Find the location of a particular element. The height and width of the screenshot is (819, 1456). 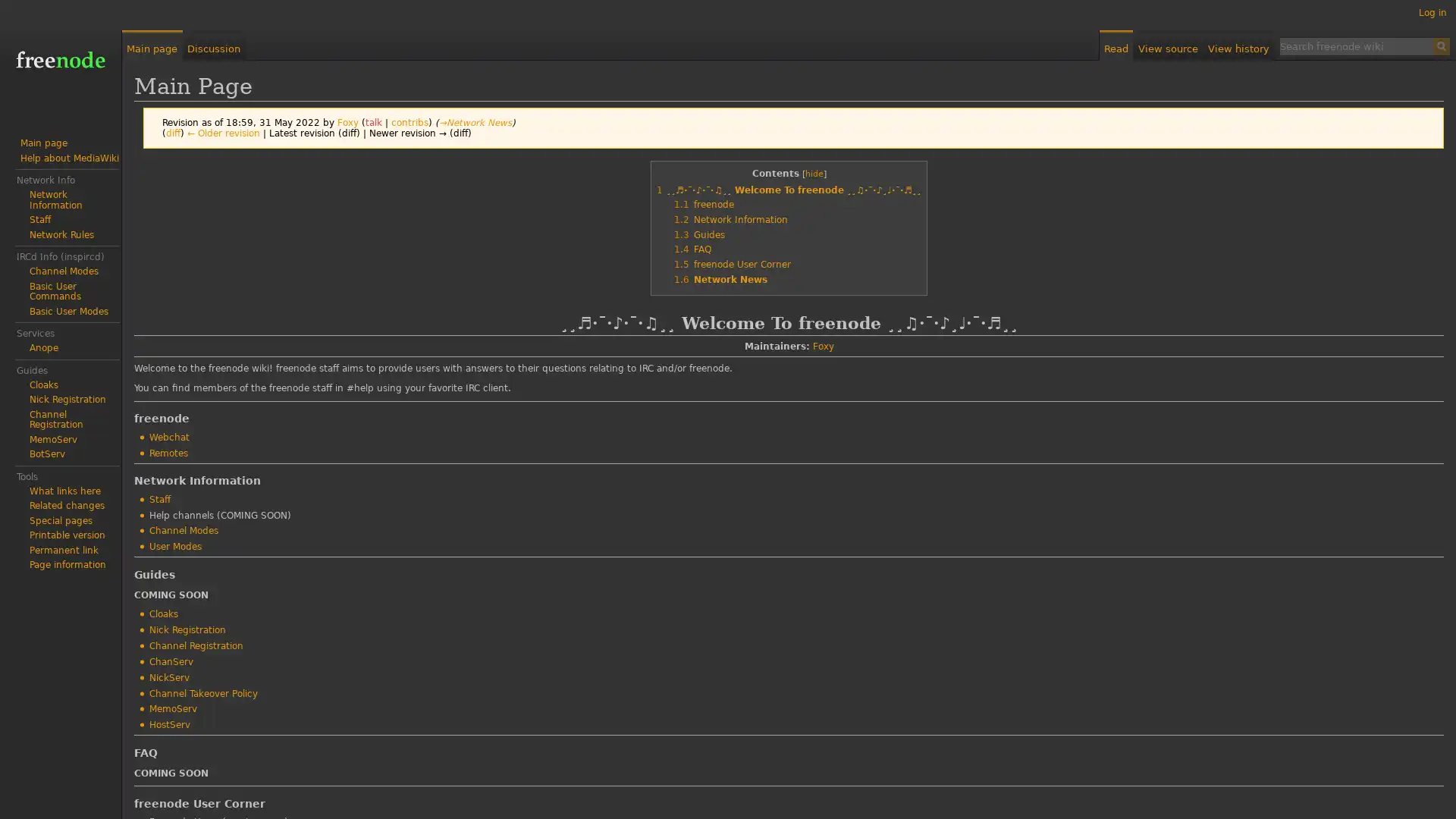

Search is located at coordinates (1440, 45).